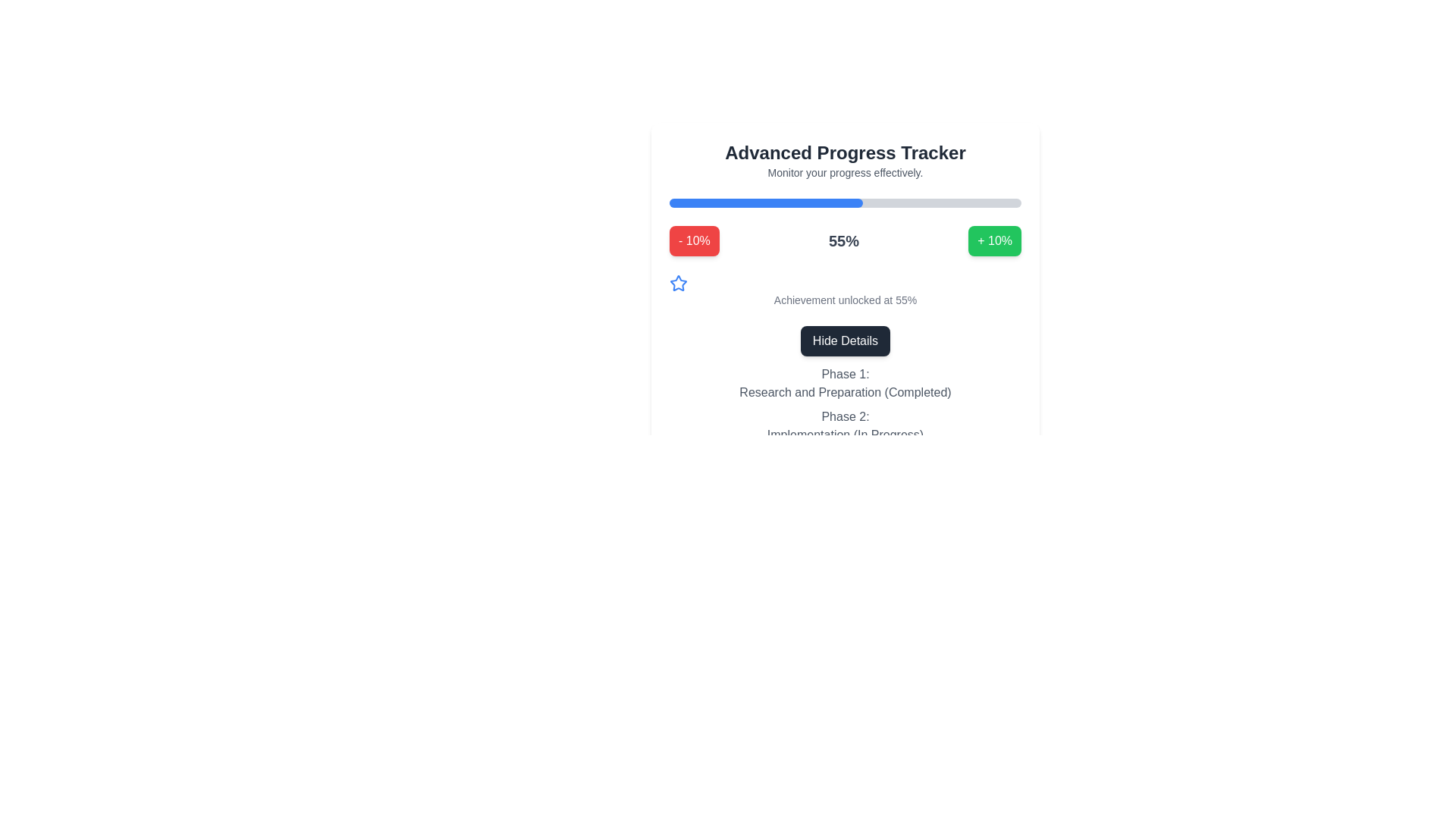  What do you see at coordinates (677, 284) in the screenshot?
I see `the leftmost icon in the 'Achievements unlocked at 55%' section, which serves as a decorative or status indicator for milestone achievements` at bounding box center [677, 284].